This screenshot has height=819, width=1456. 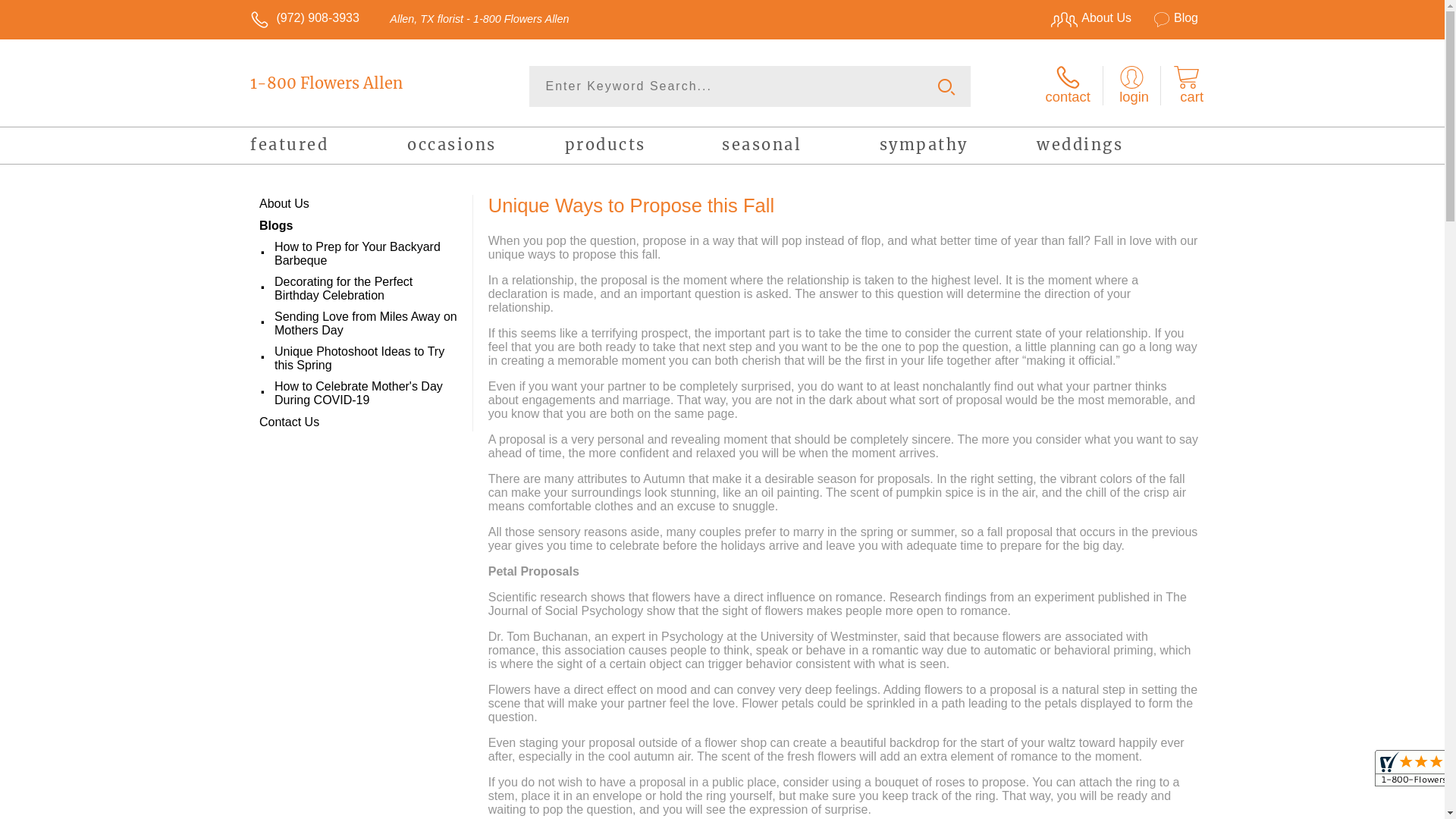 What do you see at coordinates (799, 147) in the screenshot?
I see `'seasonal'` at bounding box center [799, 147].